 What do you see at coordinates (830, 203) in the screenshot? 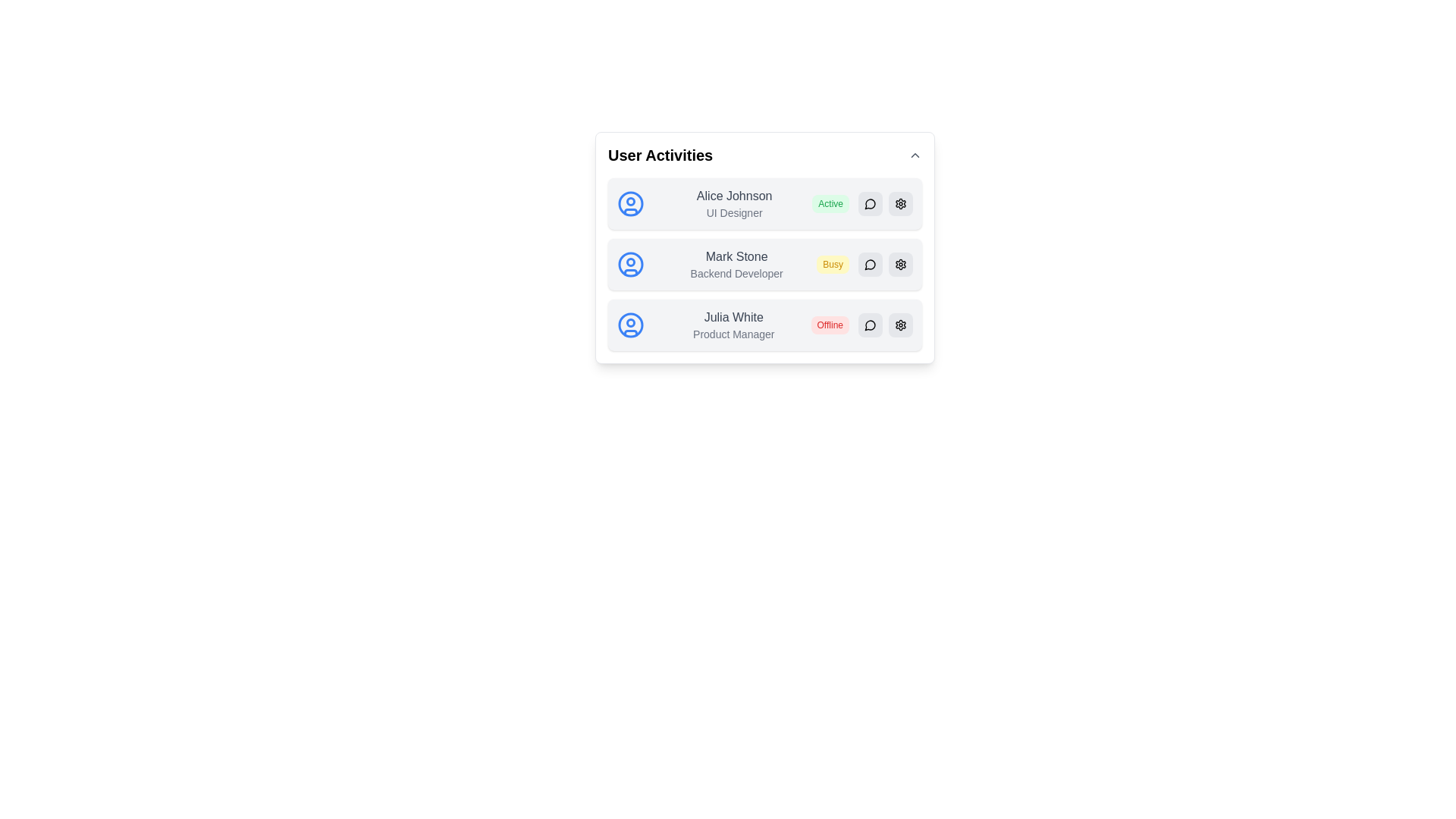
I see `the status label indicating 'Active' for the user 'Alice Johnson' in the user activities list` at bounding box center [830, 203].